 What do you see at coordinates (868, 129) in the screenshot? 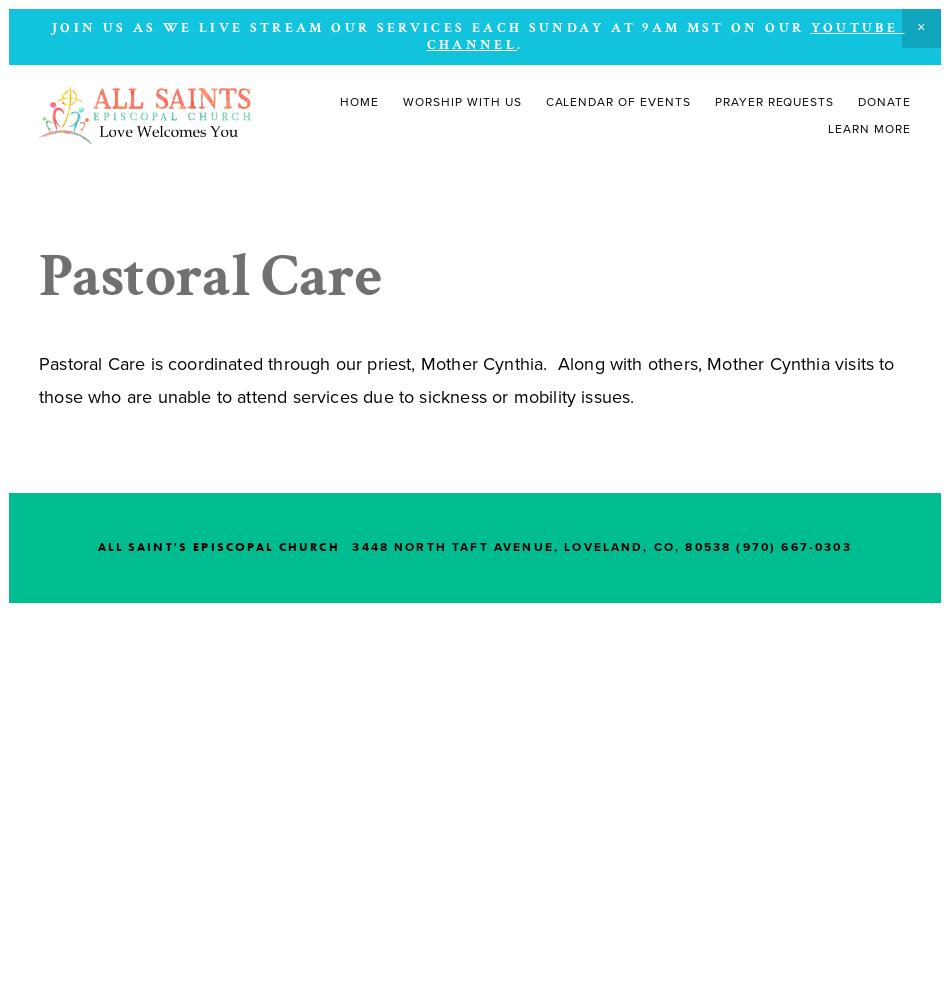
I see `'Learn More'` at bounding box center [868, 129].